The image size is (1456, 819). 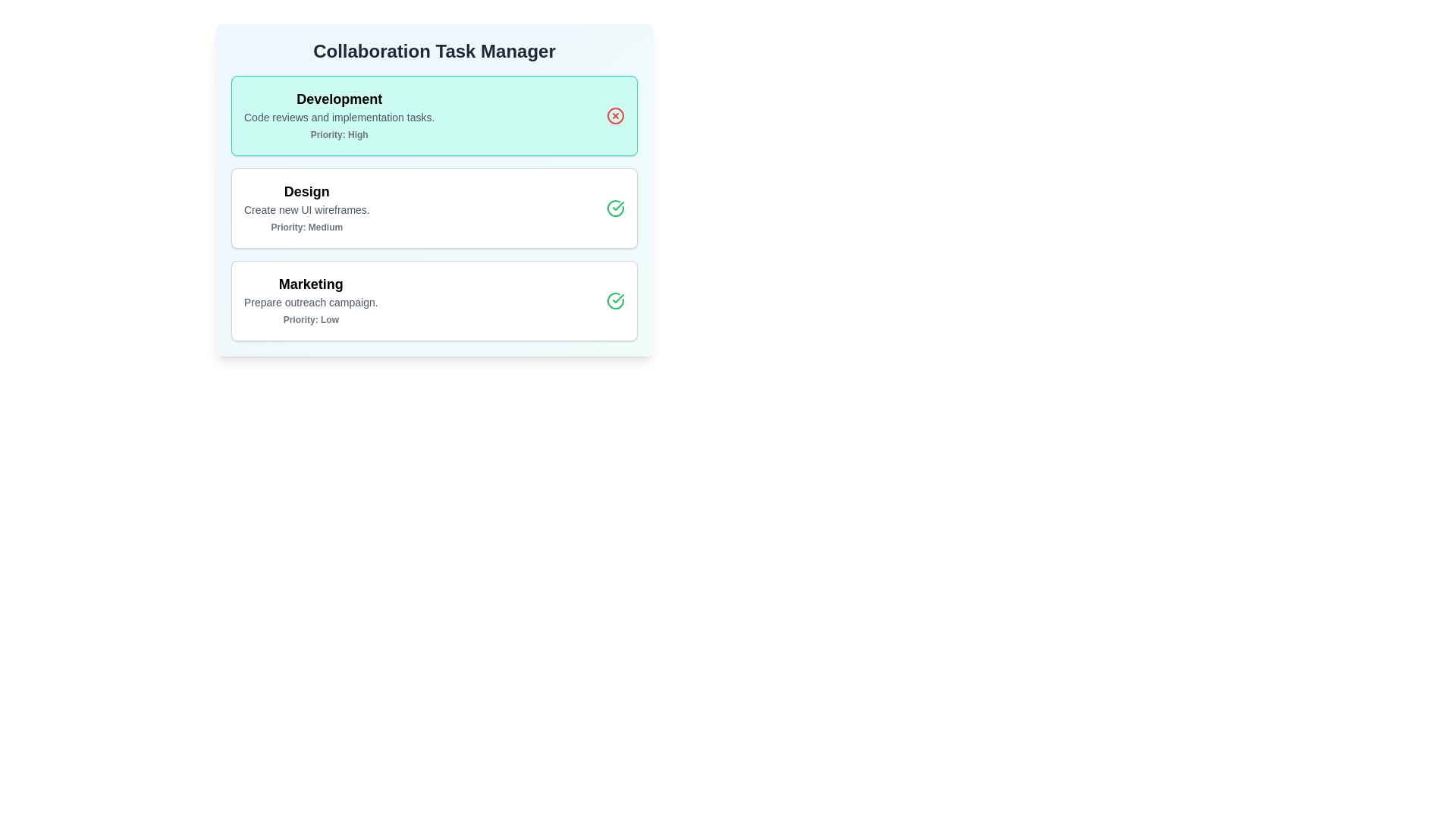 What do you see at coordinates (433, 115) in the screenshot?
I see `the task Development to highlight it` at bounding box center [433, 115].